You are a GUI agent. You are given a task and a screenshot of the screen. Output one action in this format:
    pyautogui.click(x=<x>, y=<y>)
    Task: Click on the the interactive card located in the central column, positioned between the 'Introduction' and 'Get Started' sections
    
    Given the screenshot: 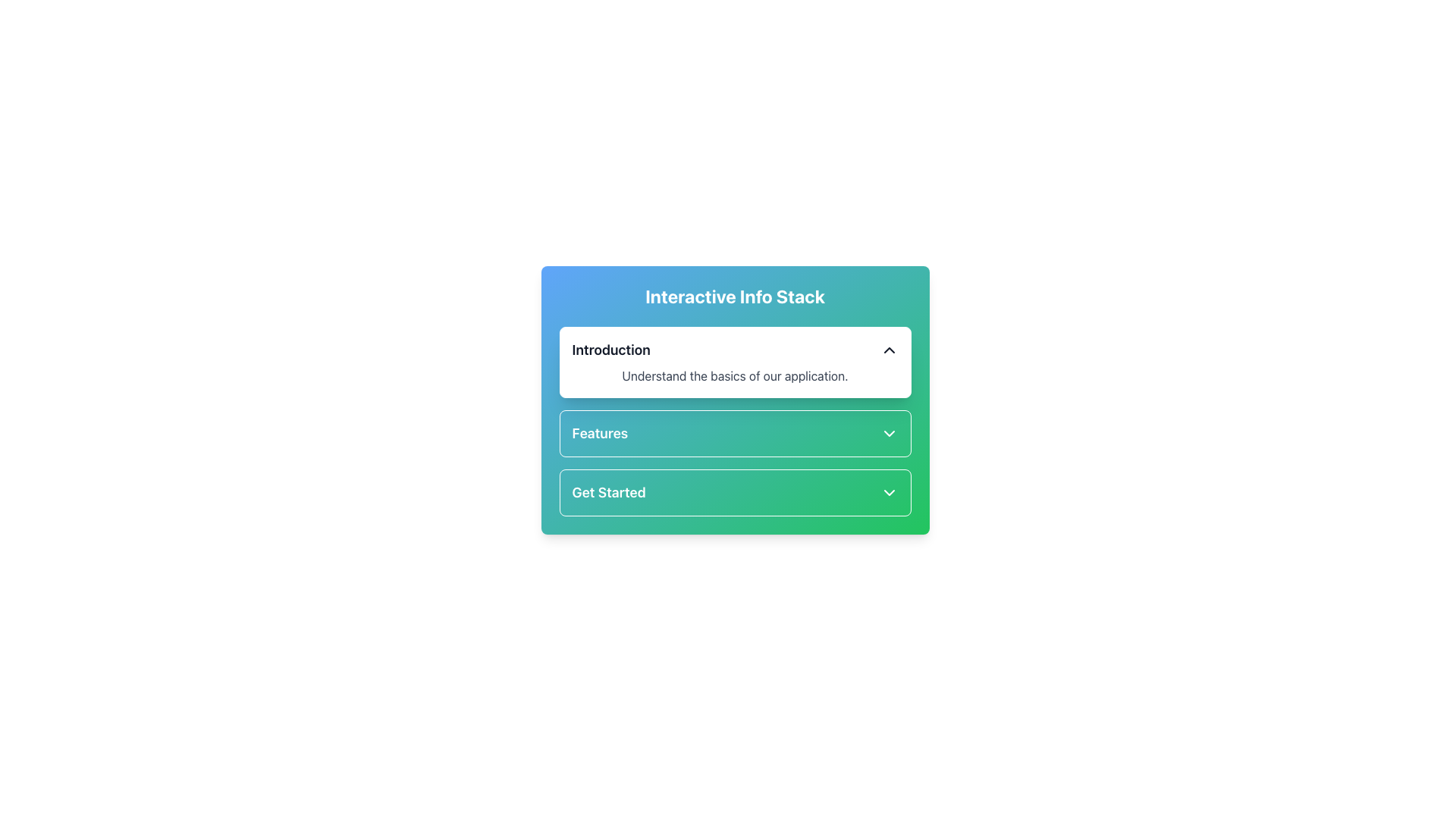 What is the action you would take?
    pyautogui.click(x=735, y=421)
    